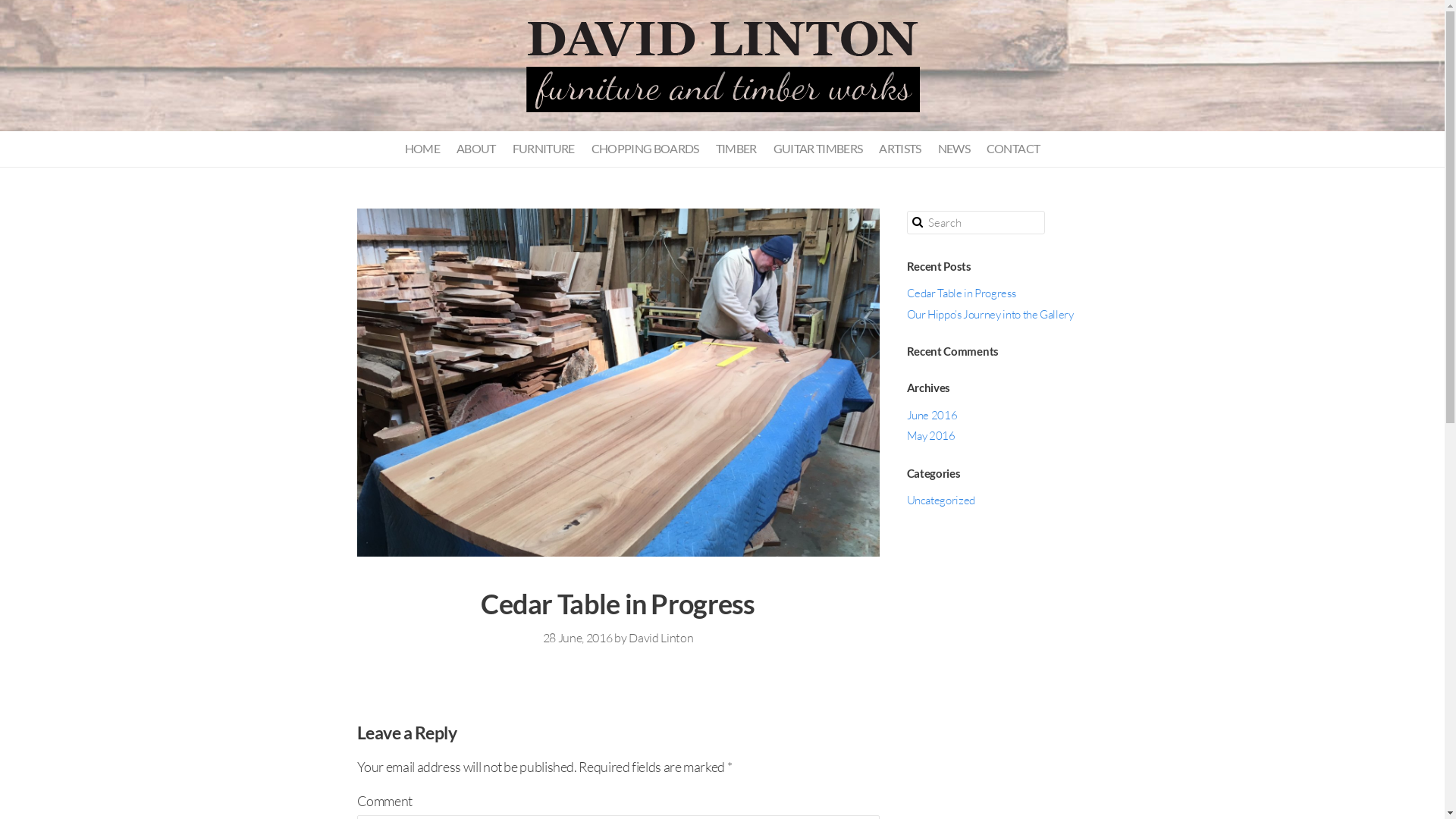 The height and width of the screenshot is (819, 1456). Describe the element at coordinates (475, 149) in the screenshot. I see `'ABOUT'` at that location.